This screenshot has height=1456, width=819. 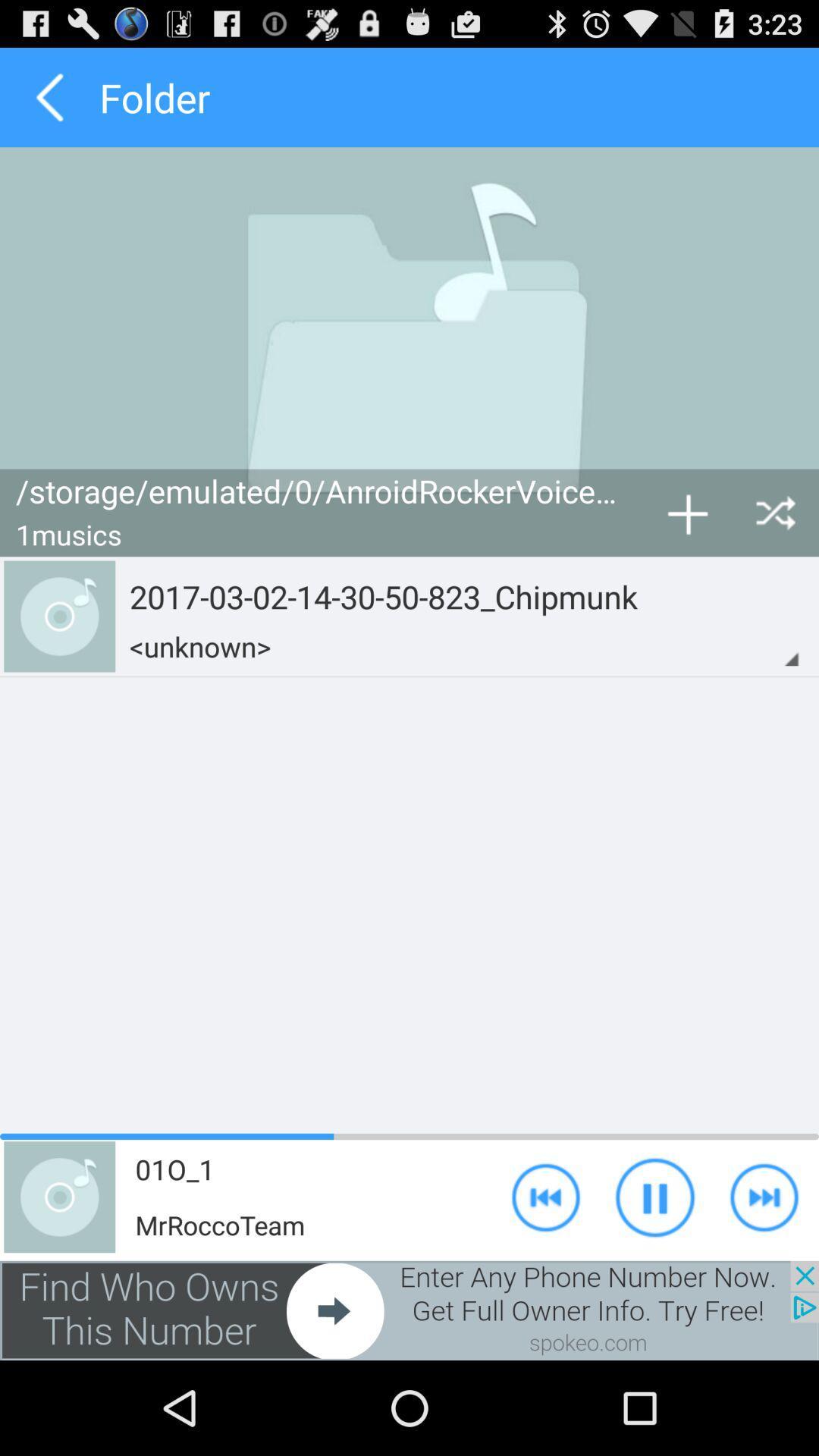 What do you see at coordinates (49, 96) in the screenshot?
I see `for back` at bounding box center [49, 96].